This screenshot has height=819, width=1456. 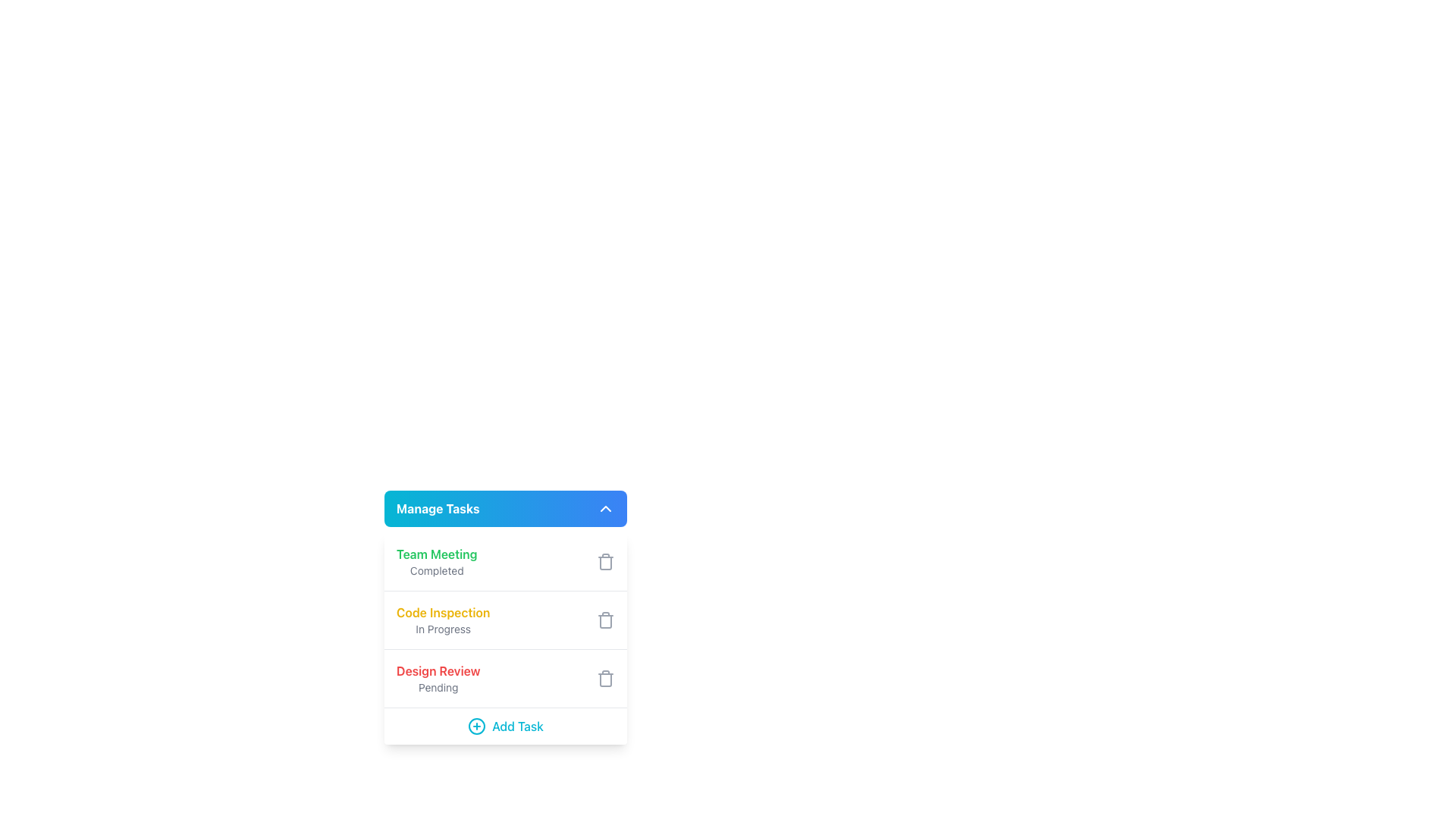 What do you see at coordinates (506, 617) in the screenshot?
I see `the list item displaying the task name 'Code Inspection' and its status 'In Progress'` at bounding box center [506, 617].